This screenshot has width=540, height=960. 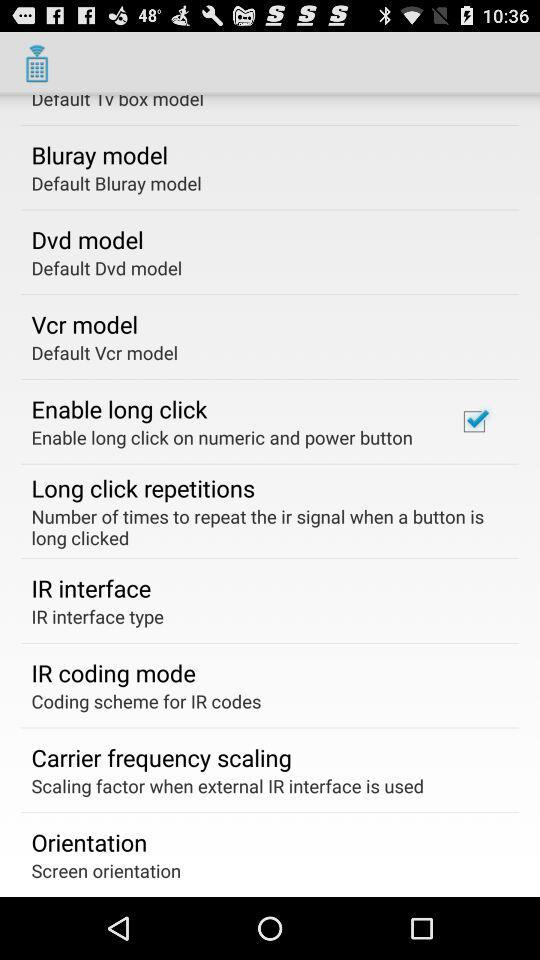 I want to click on checkbox on the right, so click(x=473, y=421).